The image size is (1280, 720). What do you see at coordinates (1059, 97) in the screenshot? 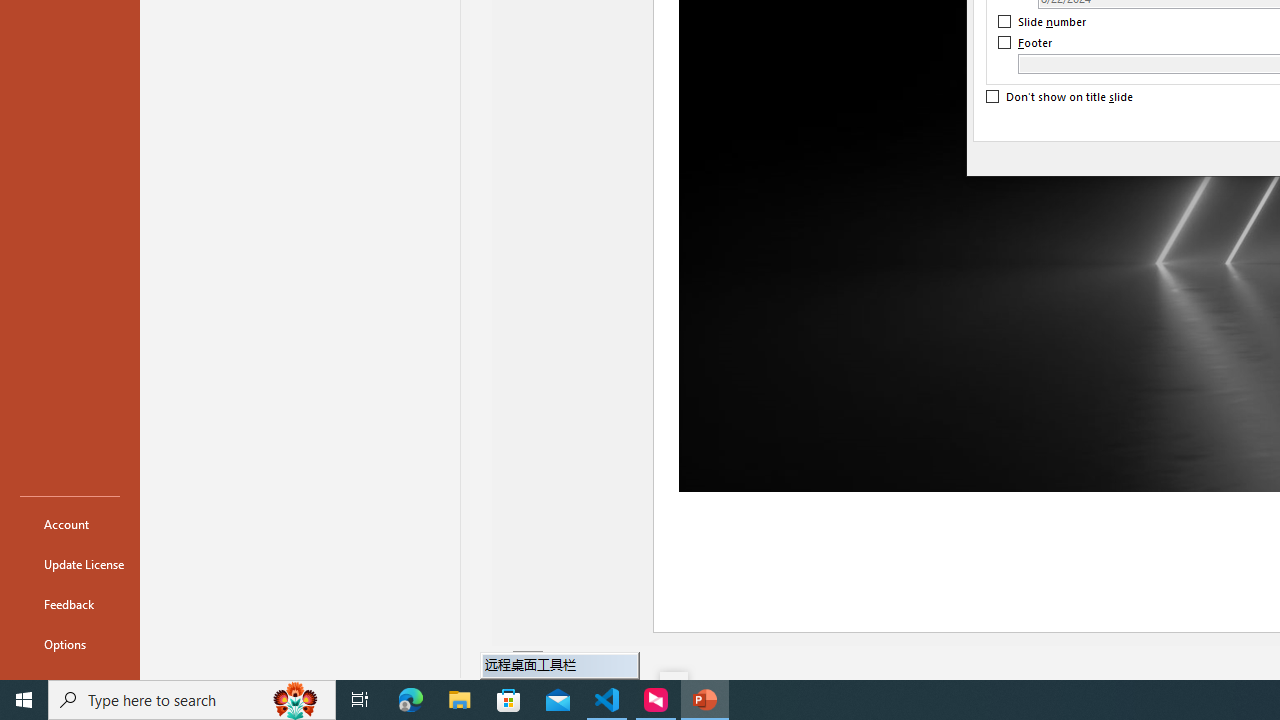
I see `'Don'` at bounding box center [1059, 97].